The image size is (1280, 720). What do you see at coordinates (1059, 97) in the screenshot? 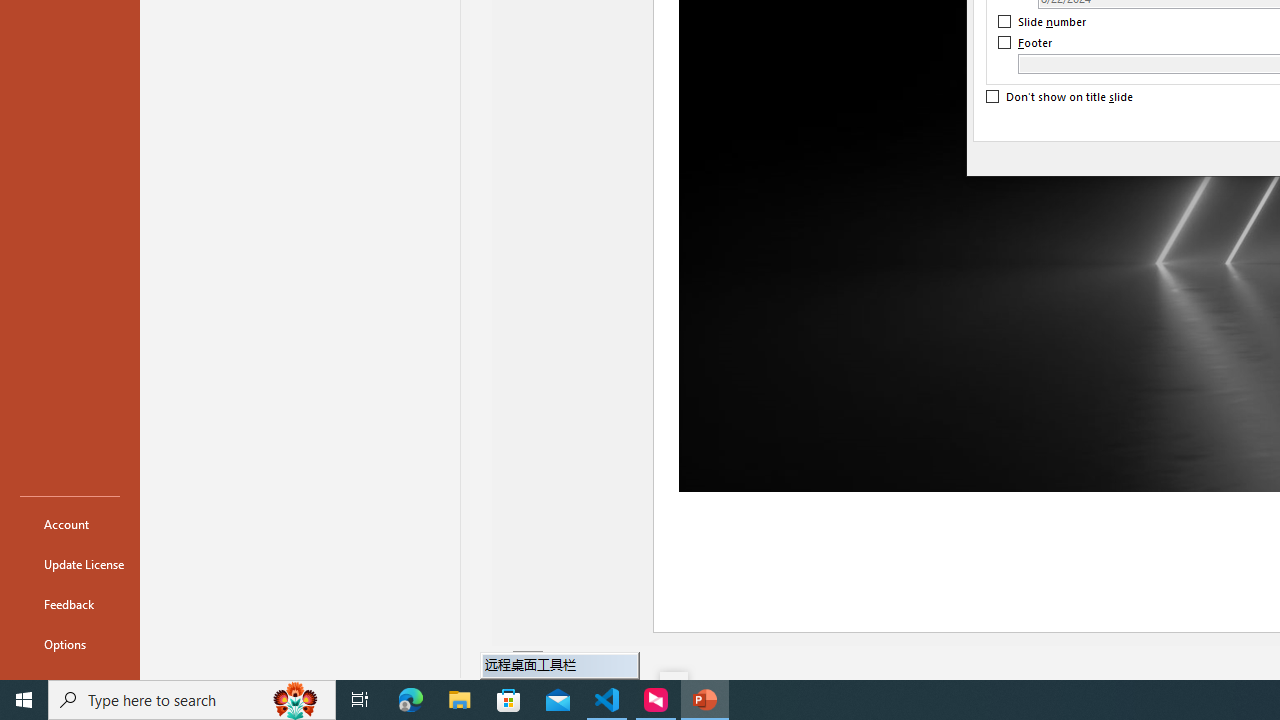
I see `'Don'` at bounding box center [1059, 97].